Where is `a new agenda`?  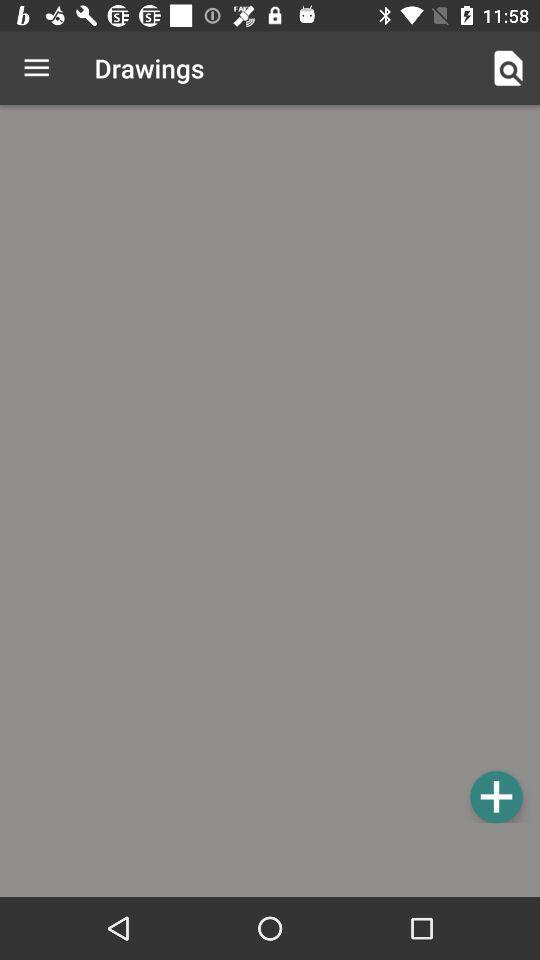 a new agenda is located at coordinates (270, 467).